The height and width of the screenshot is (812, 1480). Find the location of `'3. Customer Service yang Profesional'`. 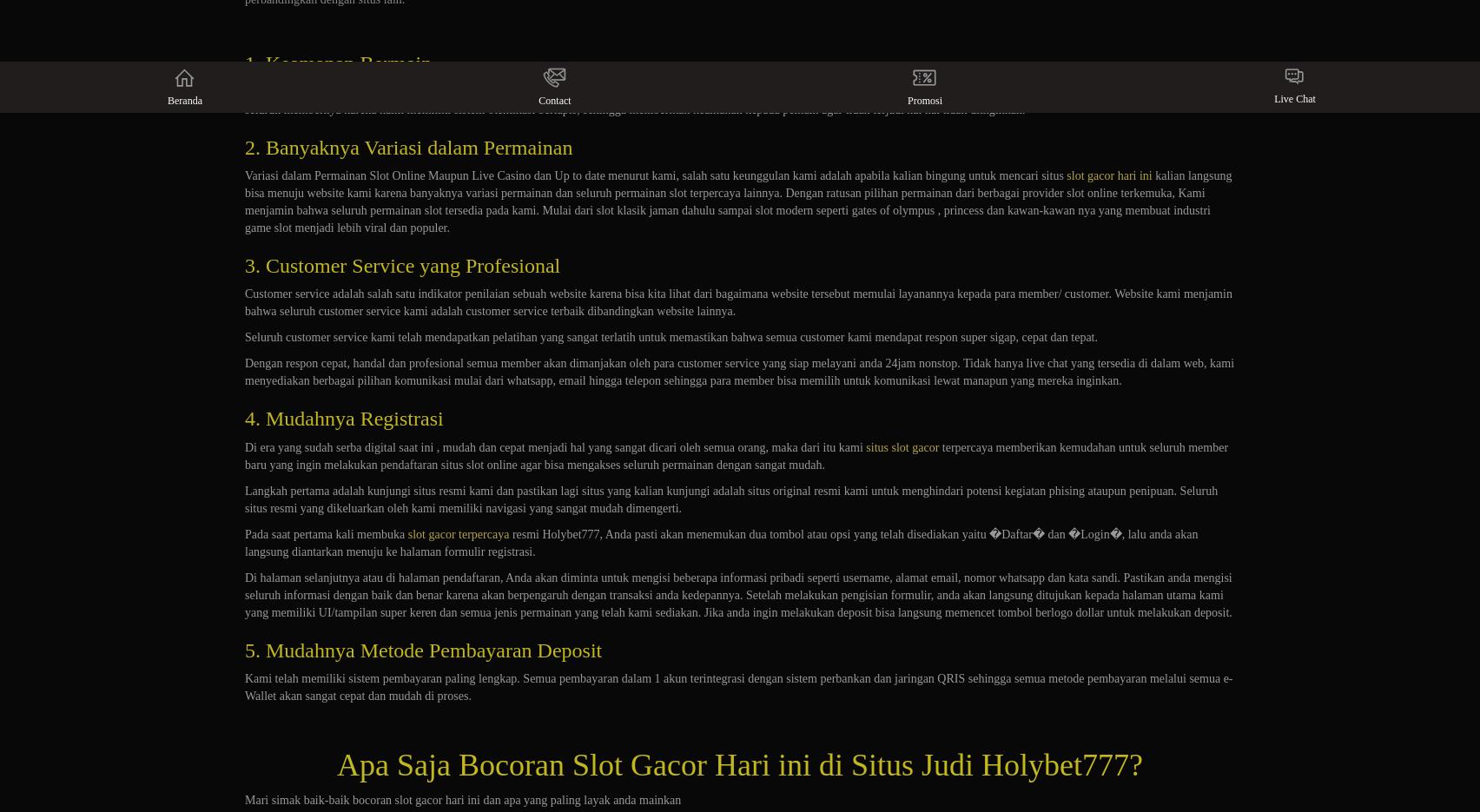

'3. Customer Service yang Profesional' is located at coordinates (402, 266).